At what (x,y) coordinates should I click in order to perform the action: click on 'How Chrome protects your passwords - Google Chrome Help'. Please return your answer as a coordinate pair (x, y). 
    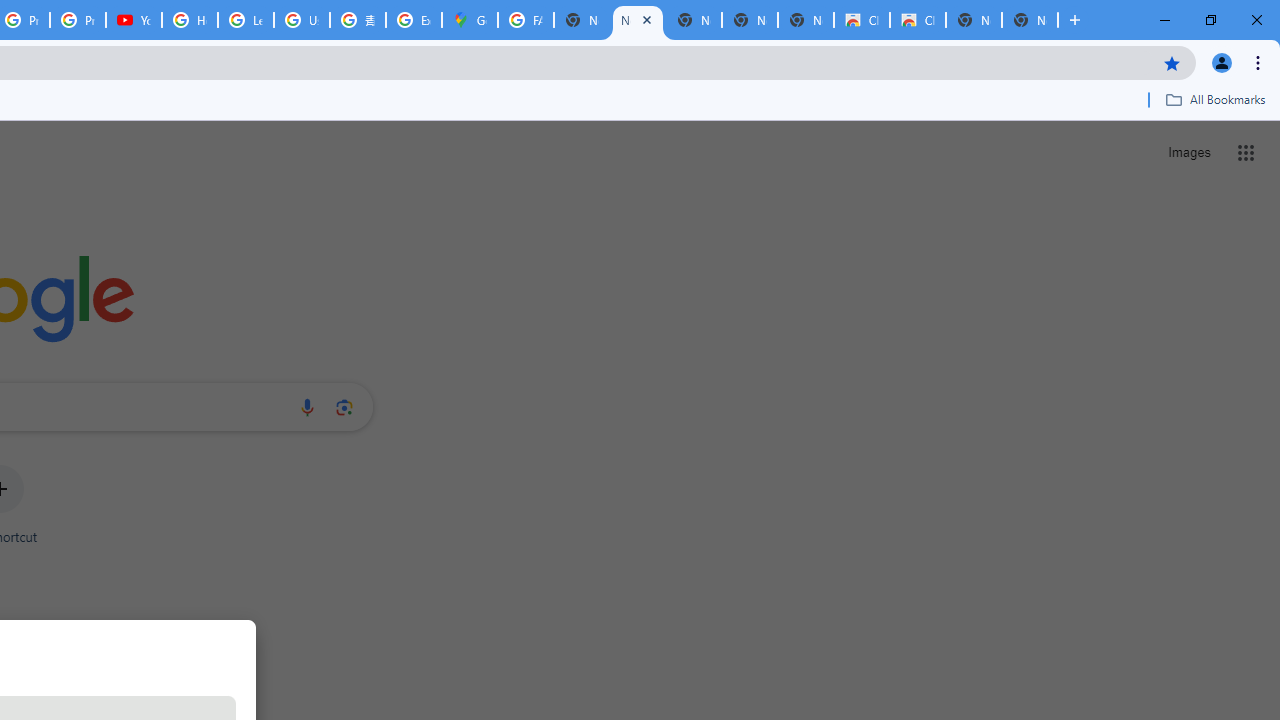
    Looking at the image, I should click on (190, 20).